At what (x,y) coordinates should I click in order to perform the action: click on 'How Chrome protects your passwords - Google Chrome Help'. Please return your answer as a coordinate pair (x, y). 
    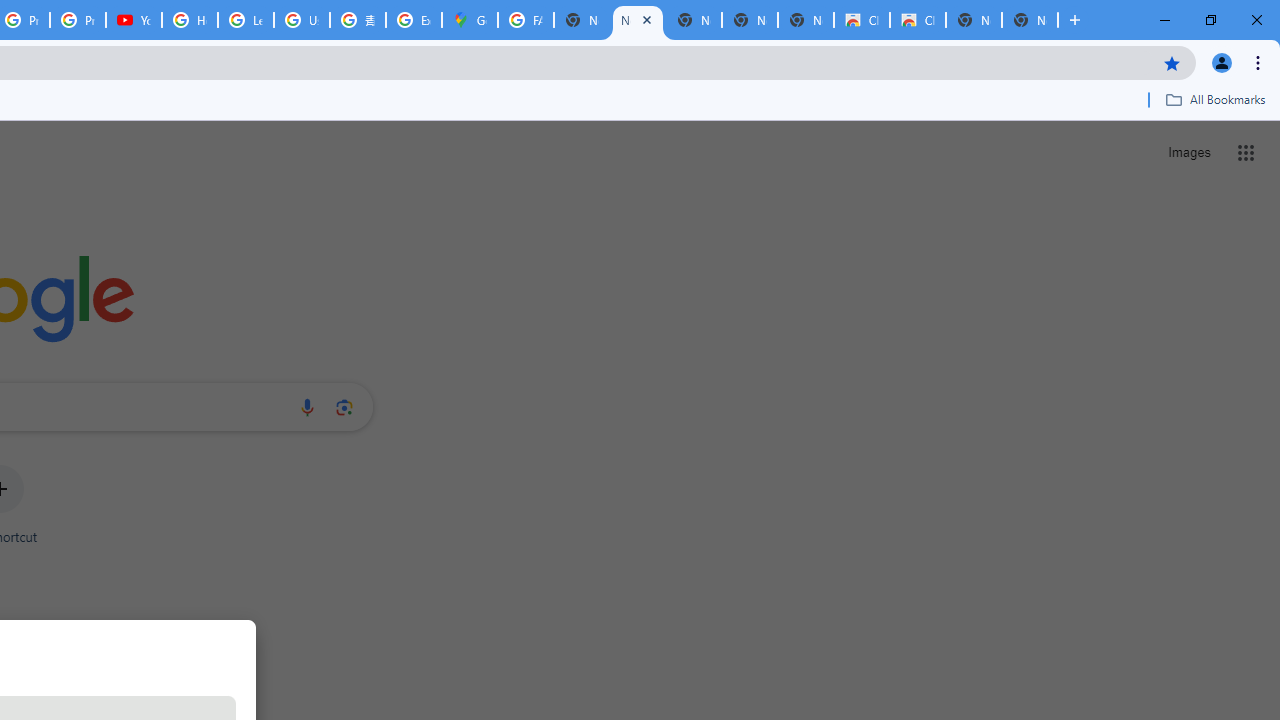
    Looking at the image, I should click on (190, 20).